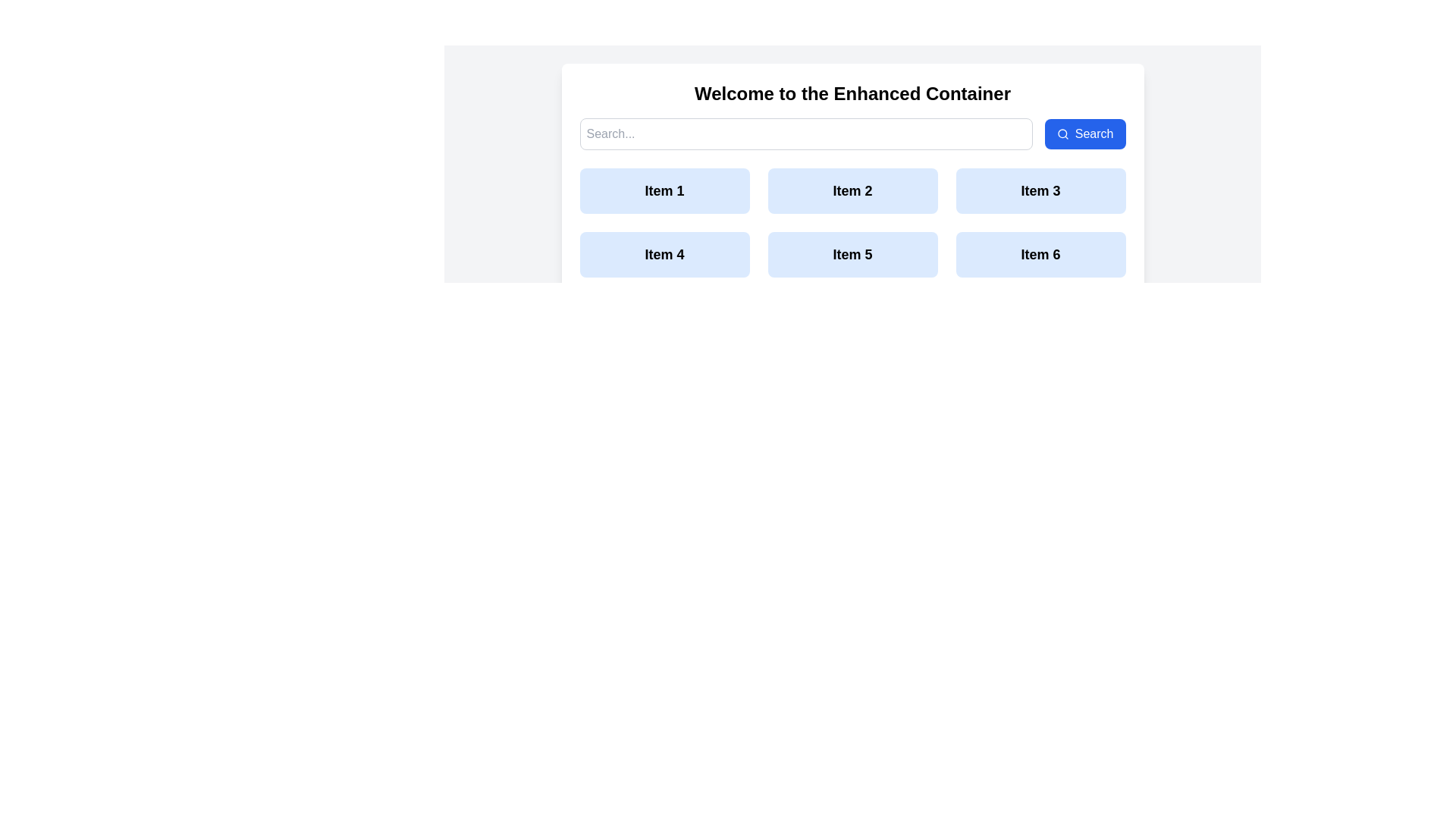 The width and height of the screenshot is (1456, 819). Describe the element at coordinates (852, 190) in the screenshot. I see `the rectangular button with a blue background and the text 'Item 2' in bold, located in the first row of a grid layout` at that location.